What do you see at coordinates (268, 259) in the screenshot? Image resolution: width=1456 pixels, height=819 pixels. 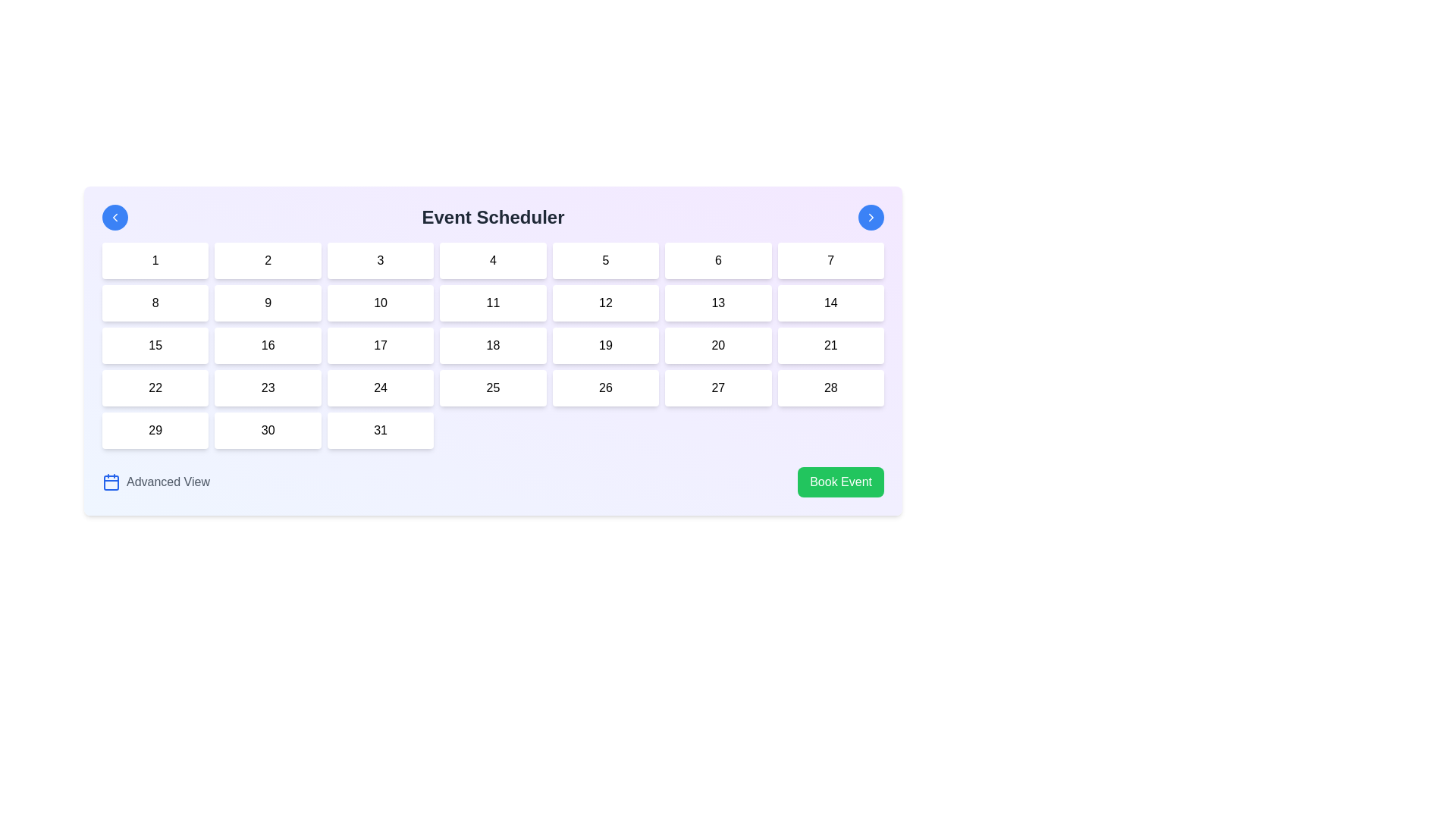 I see `the square button labeled '2' with a white background and black text to observe interactive effects` at bounding box center [268, 259].